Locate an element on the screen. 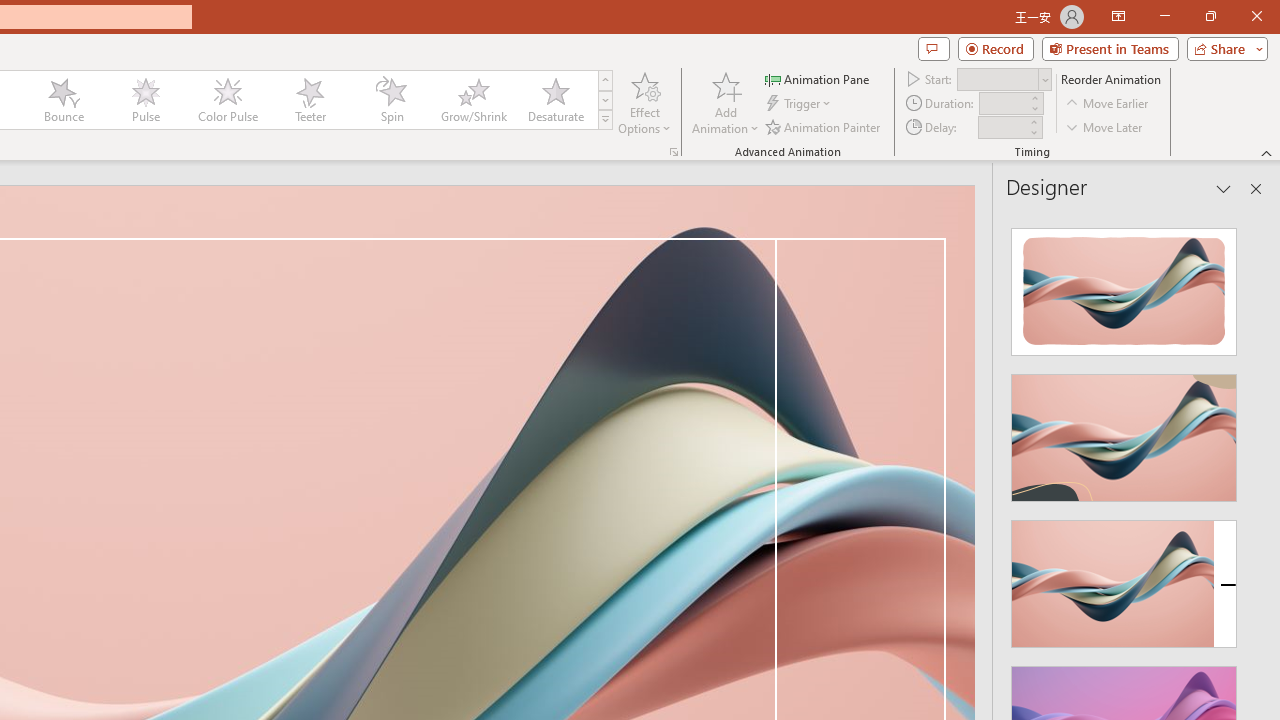 The width and height of the screenshot is (1280, 720). 'Desaturate' is located at coordinates (555, 100).